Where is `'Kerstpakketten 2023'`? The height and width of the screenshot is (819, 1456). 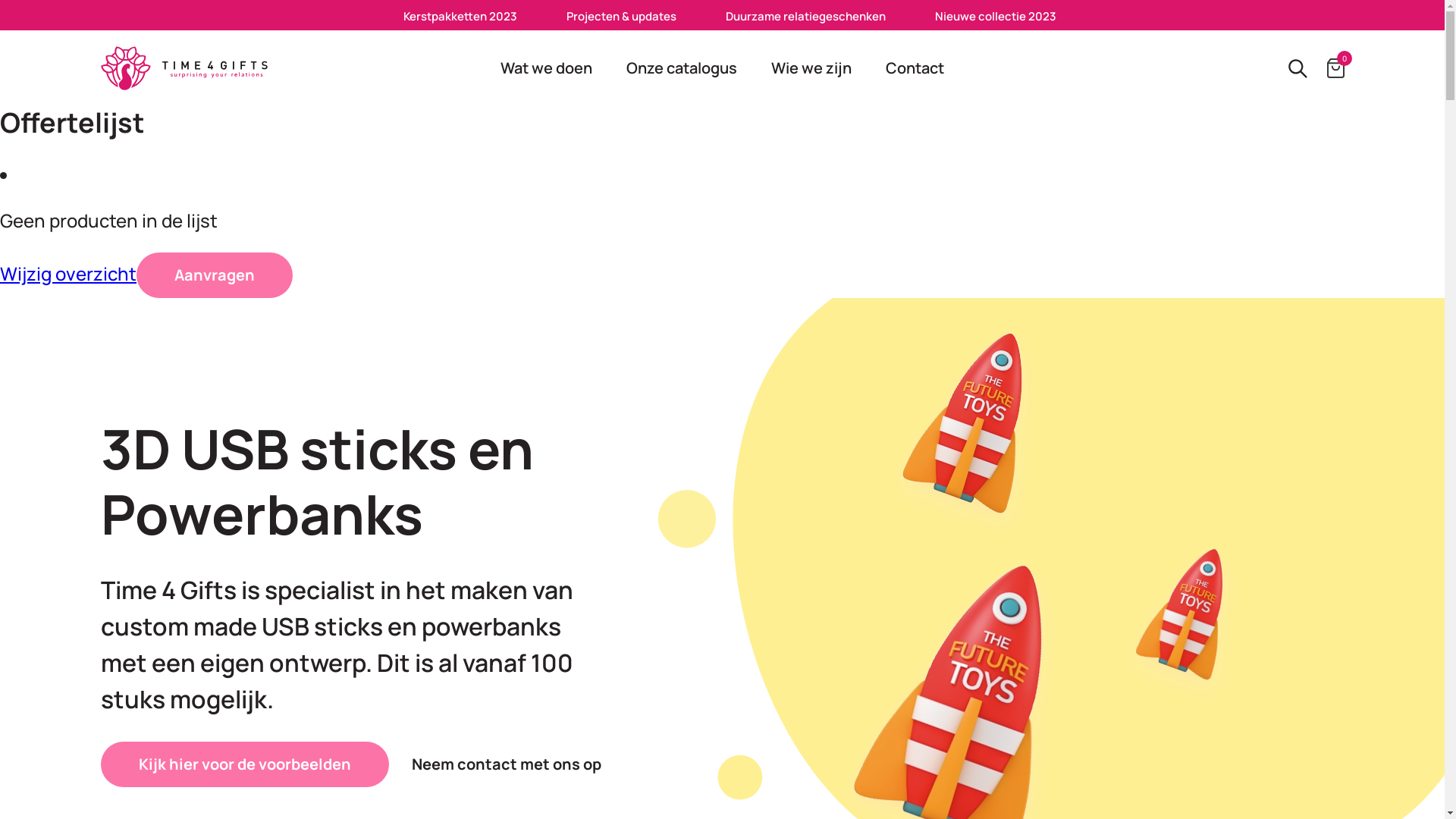 'Kerstpakketten 2023' is located at coordinates (459, 16).